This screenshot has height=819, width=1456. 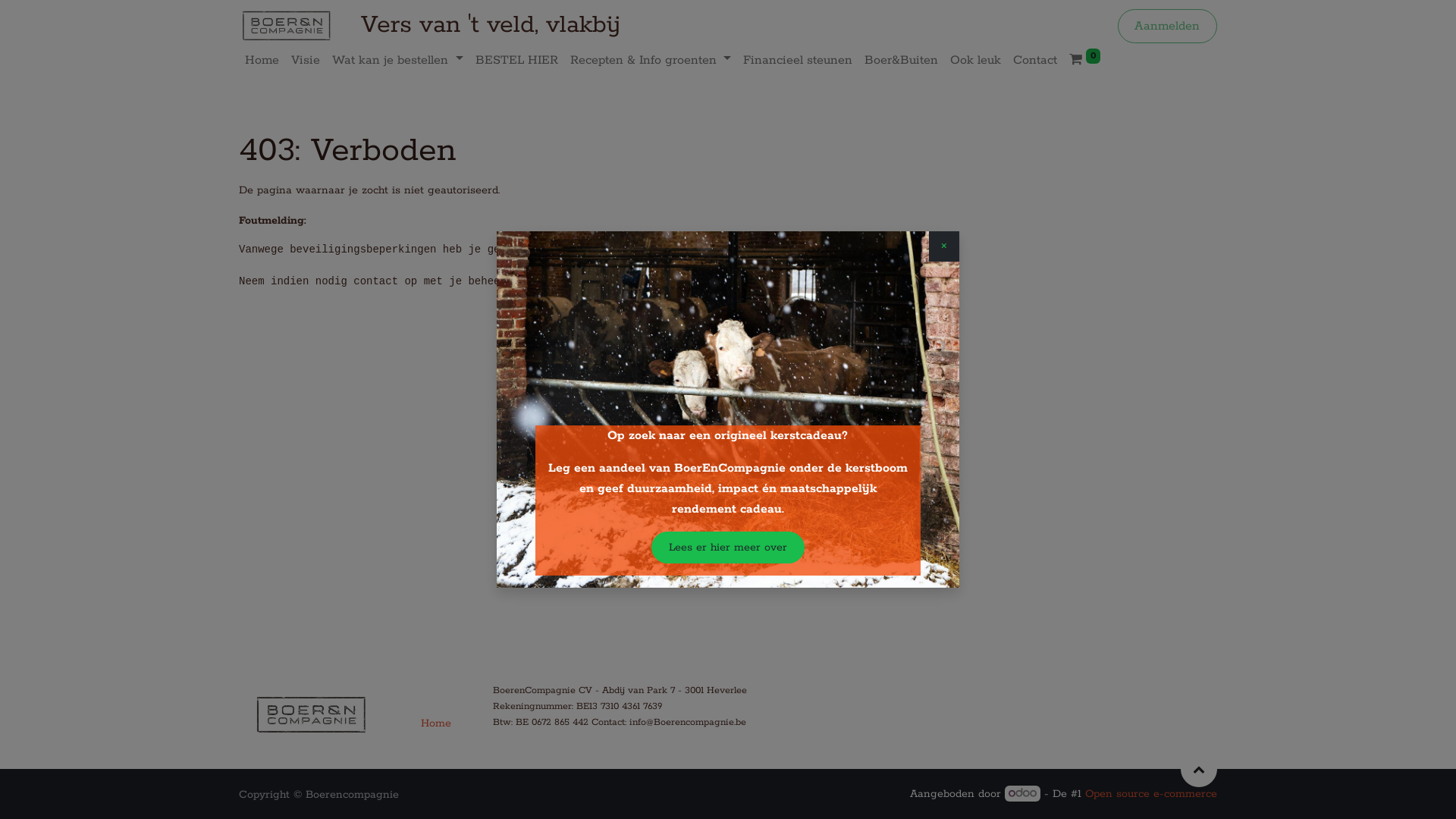 What do you see at coordinates (1084, 59) in the screenshot?
I see `'0'` at bounding box center [1084, 59].